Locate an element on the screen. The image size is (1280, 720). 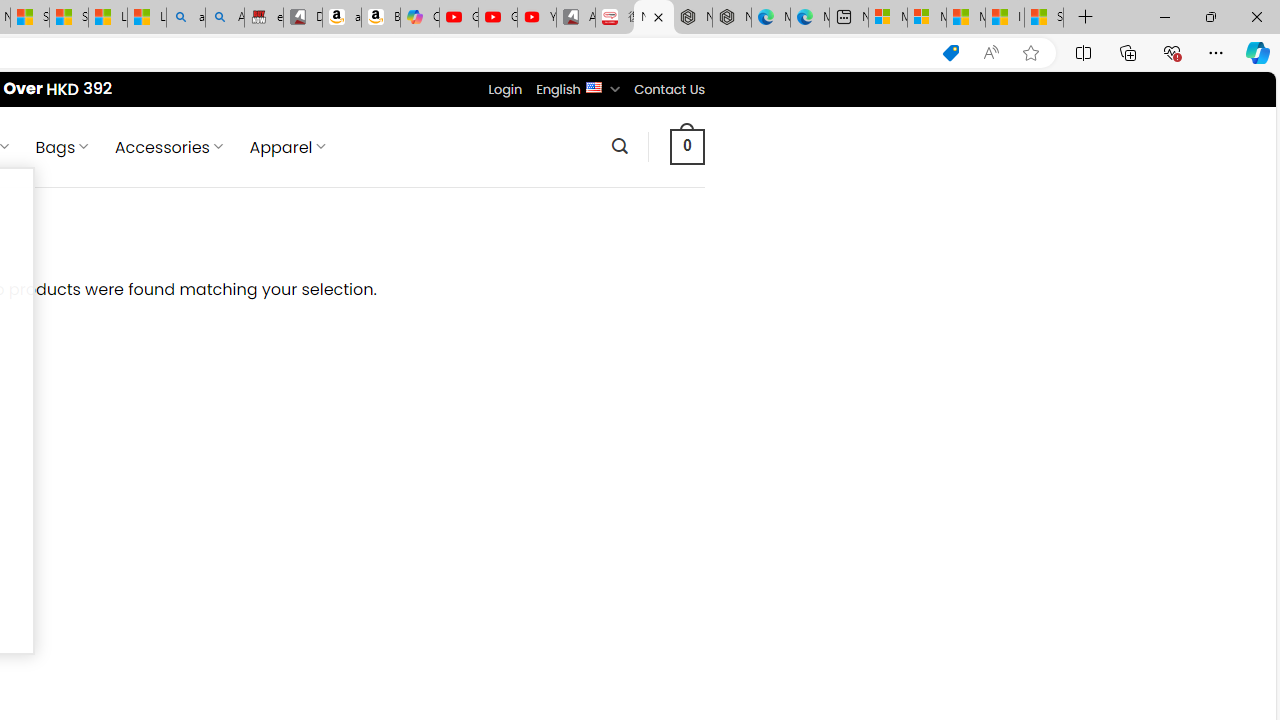
'Restore' is located at coordinates (1209, 16).